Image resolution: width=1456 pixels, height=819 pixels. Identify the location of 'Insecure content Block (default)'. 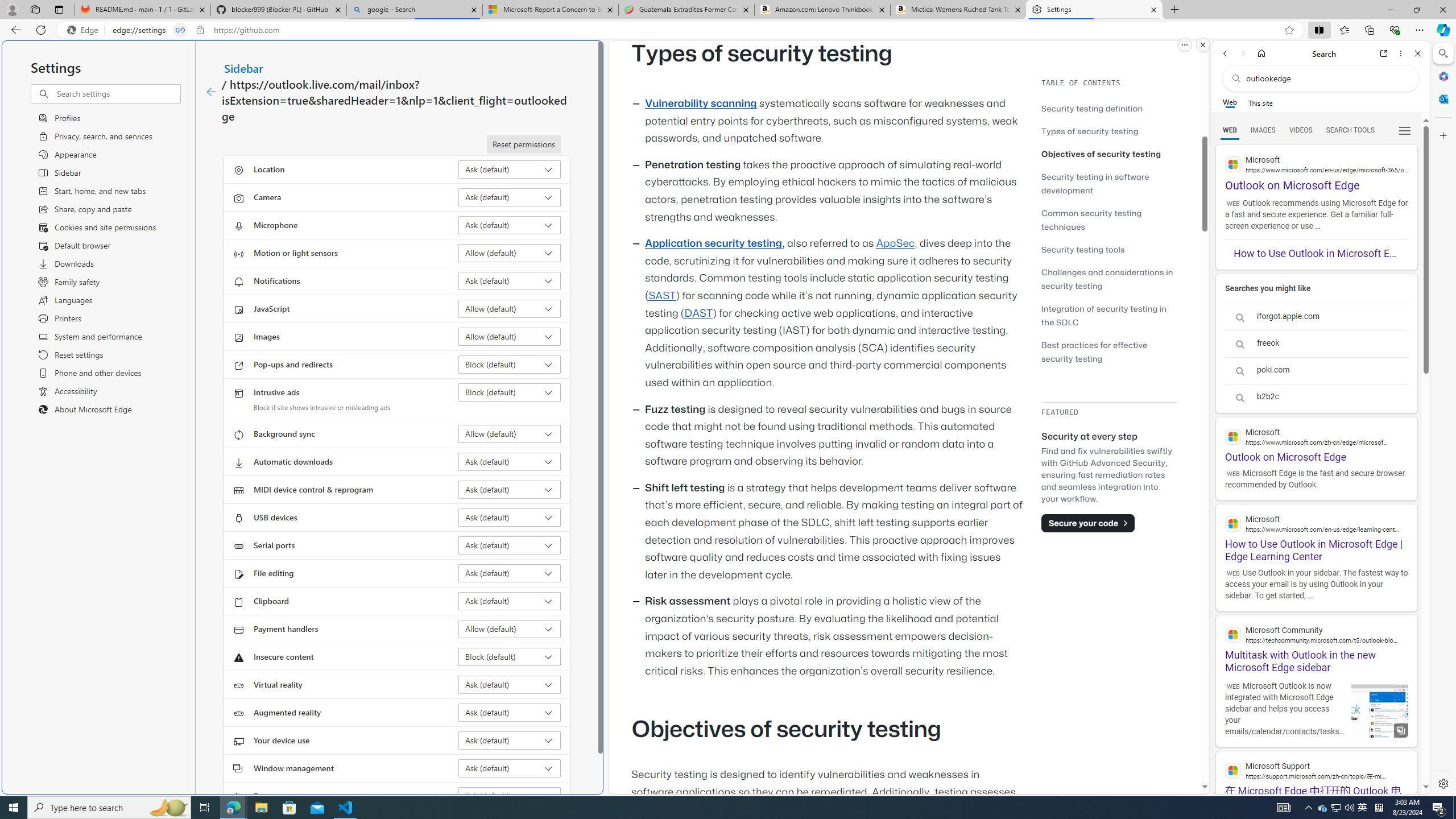
(510, 656).